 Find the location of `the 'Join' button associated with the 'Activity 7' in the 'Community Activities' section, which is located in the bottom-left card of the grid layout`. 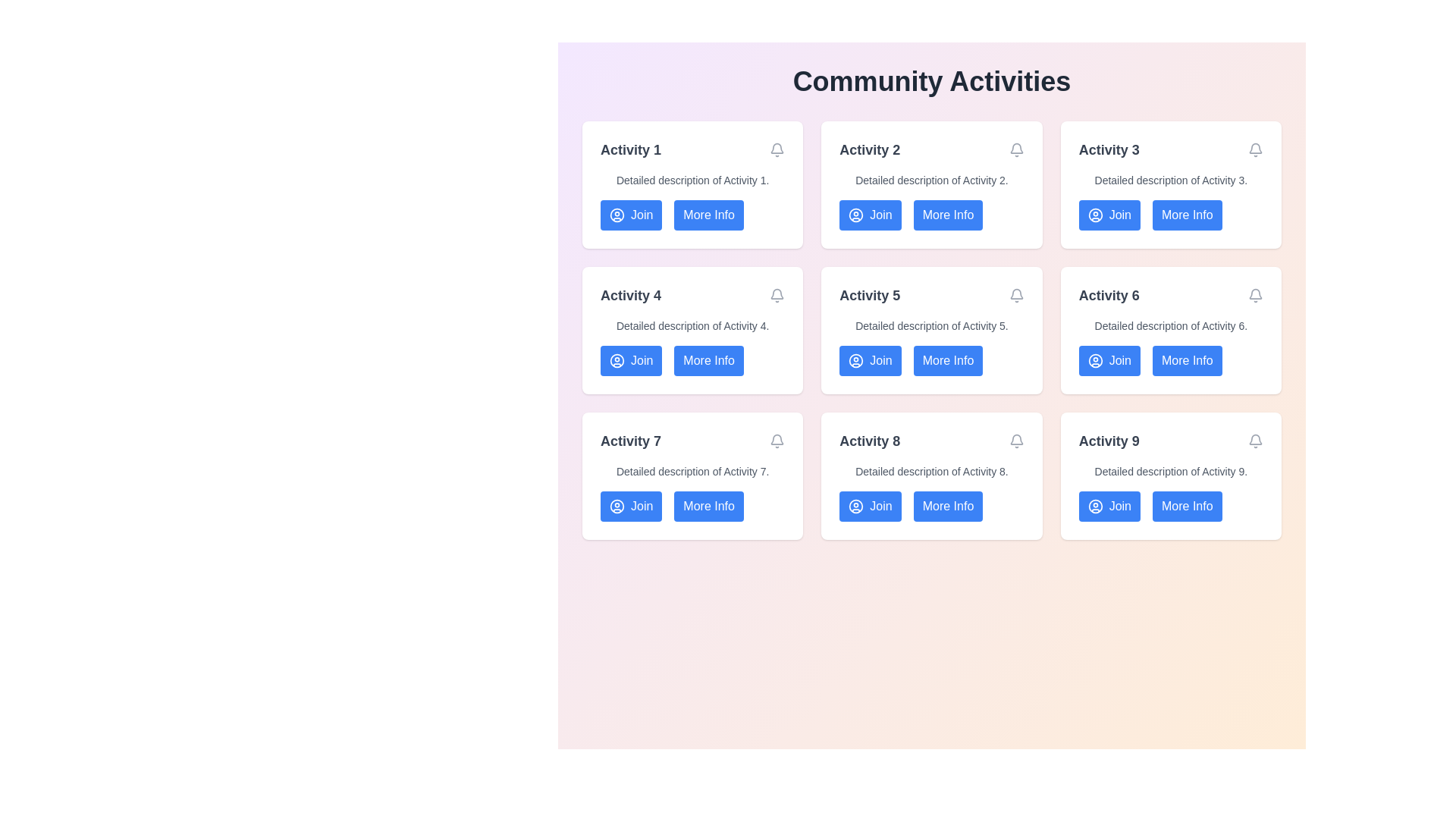

the 'Join' button associated with the 'Activity 7' in the 'Community Activities' section, which is located in the bottom-left card of the grid layout is located at coordinates (617, 506).